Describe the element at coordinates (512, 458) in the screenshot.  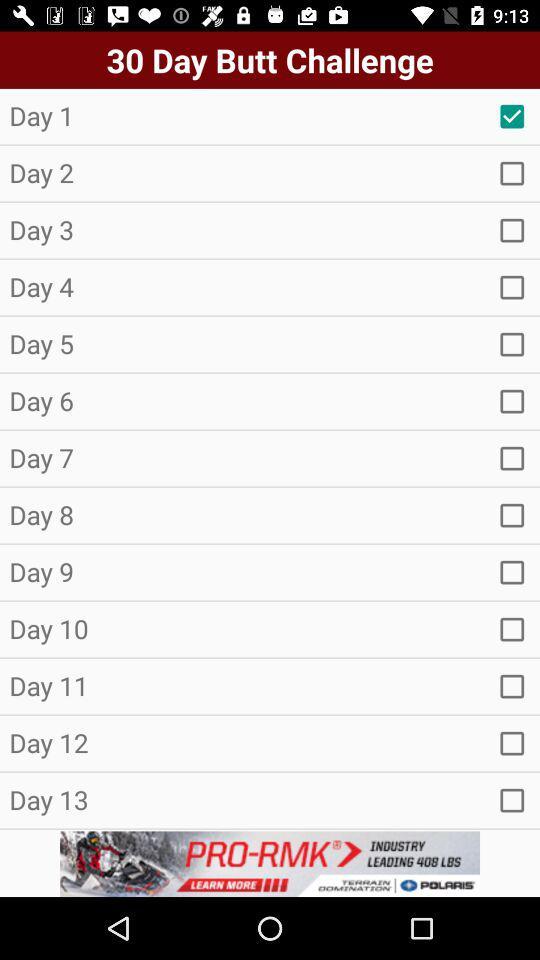
I see `empty box option` at that location.